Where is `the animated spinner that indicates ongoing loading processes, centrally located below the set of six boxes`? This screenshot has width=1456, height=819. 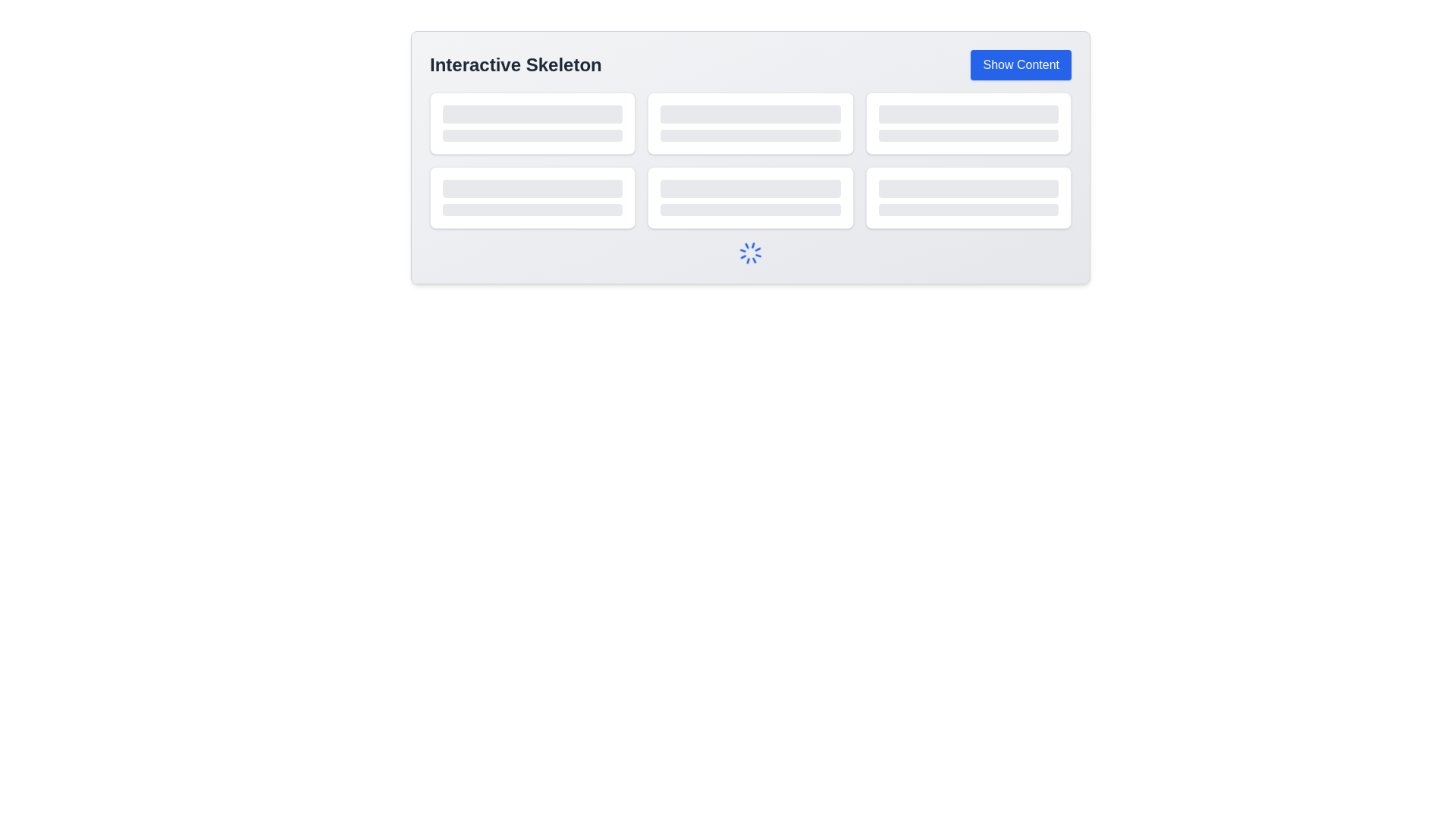
the animated spinner that indicates ongoing loading processes, centrally located below the set of six boxes is located at coordinates (750, 253).